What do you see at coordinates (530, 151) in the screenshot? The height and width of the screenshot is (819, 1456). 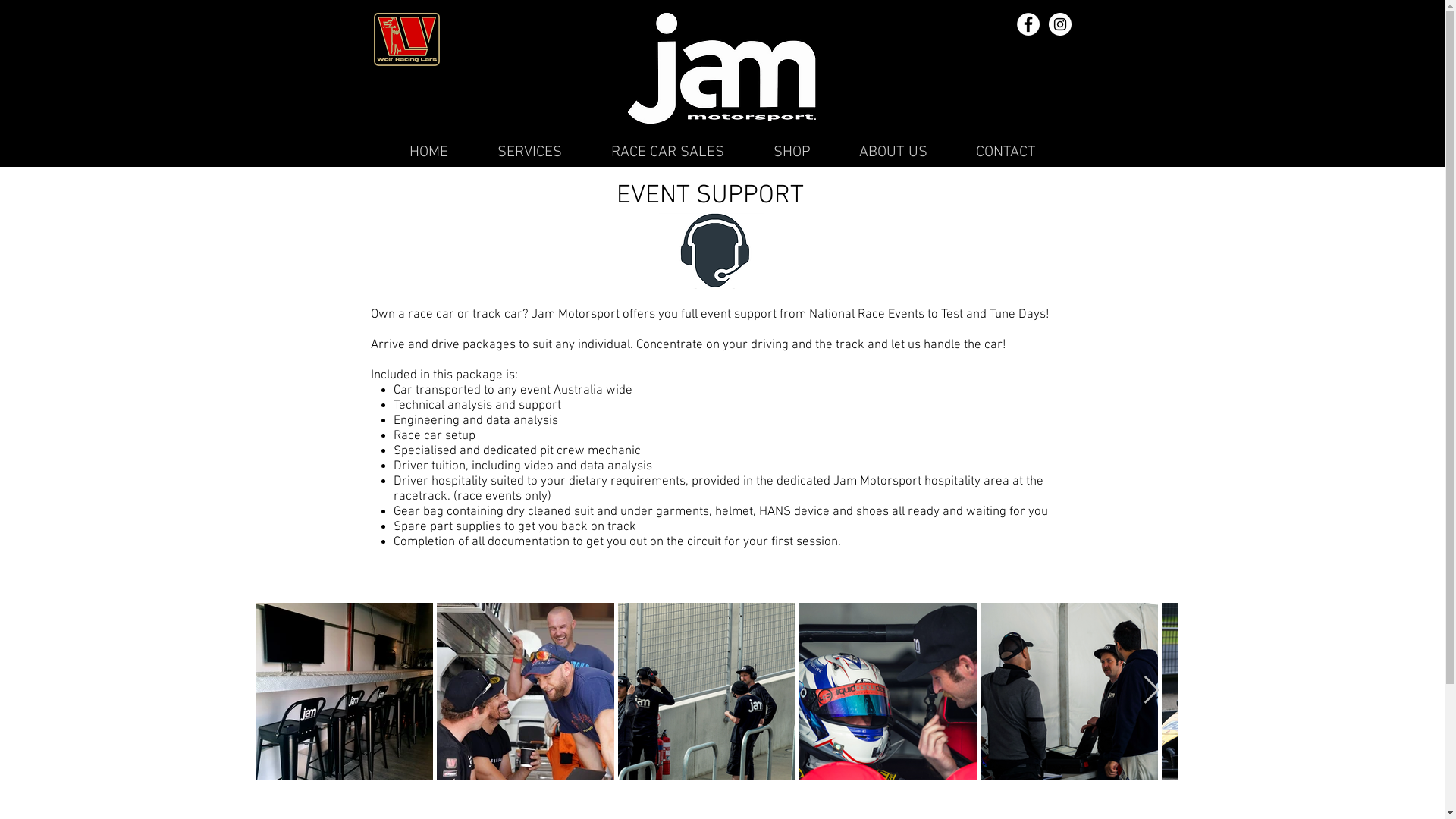 I see `'SERVICES'` at bounding box center [530, 151].